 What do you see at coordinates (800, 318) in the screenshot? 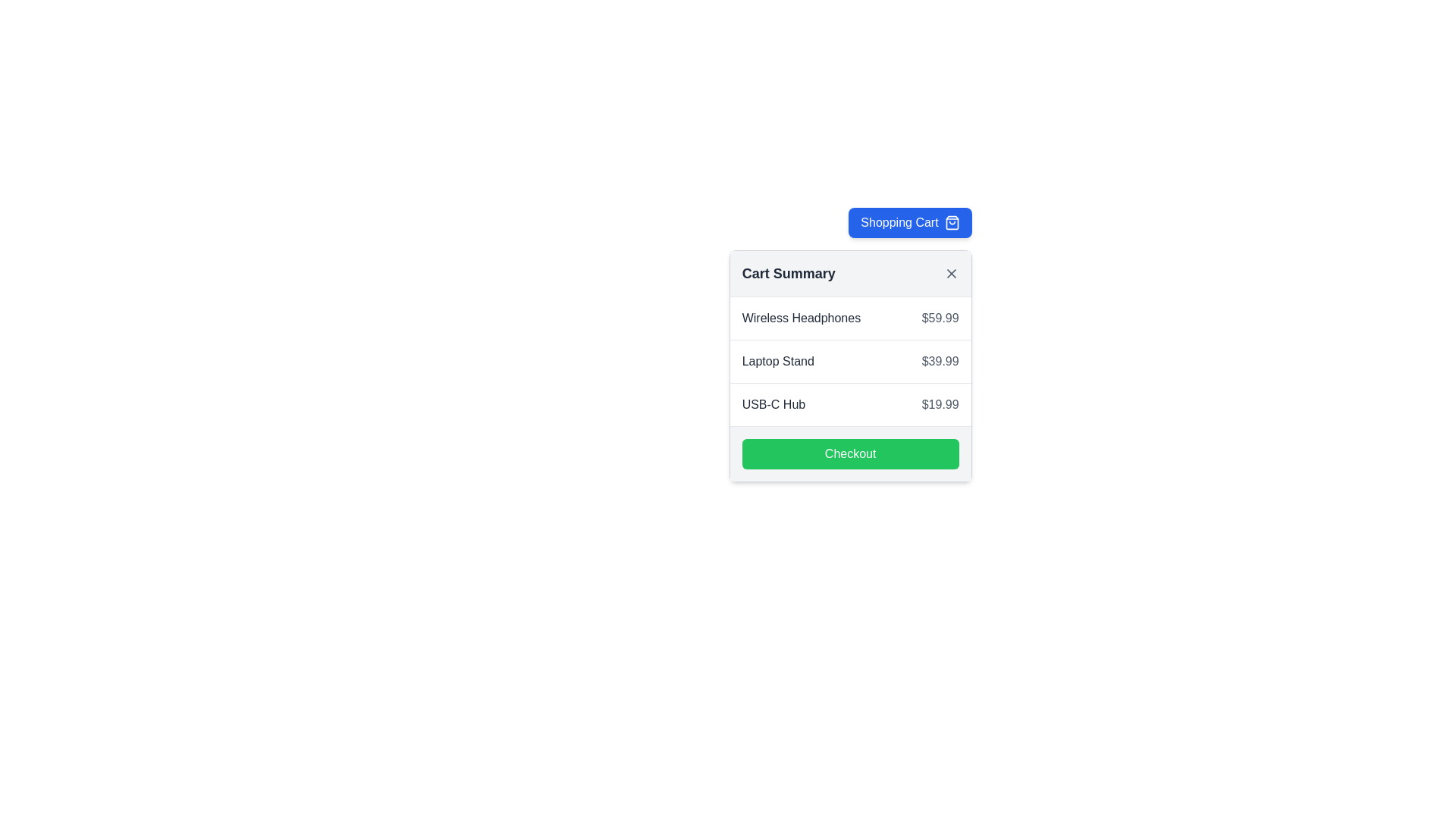
I see `the Text Label describing the product 'Wireless Headphones' in the Cart Summary section of the shopping cart interface` at bounding box center [800, 318].